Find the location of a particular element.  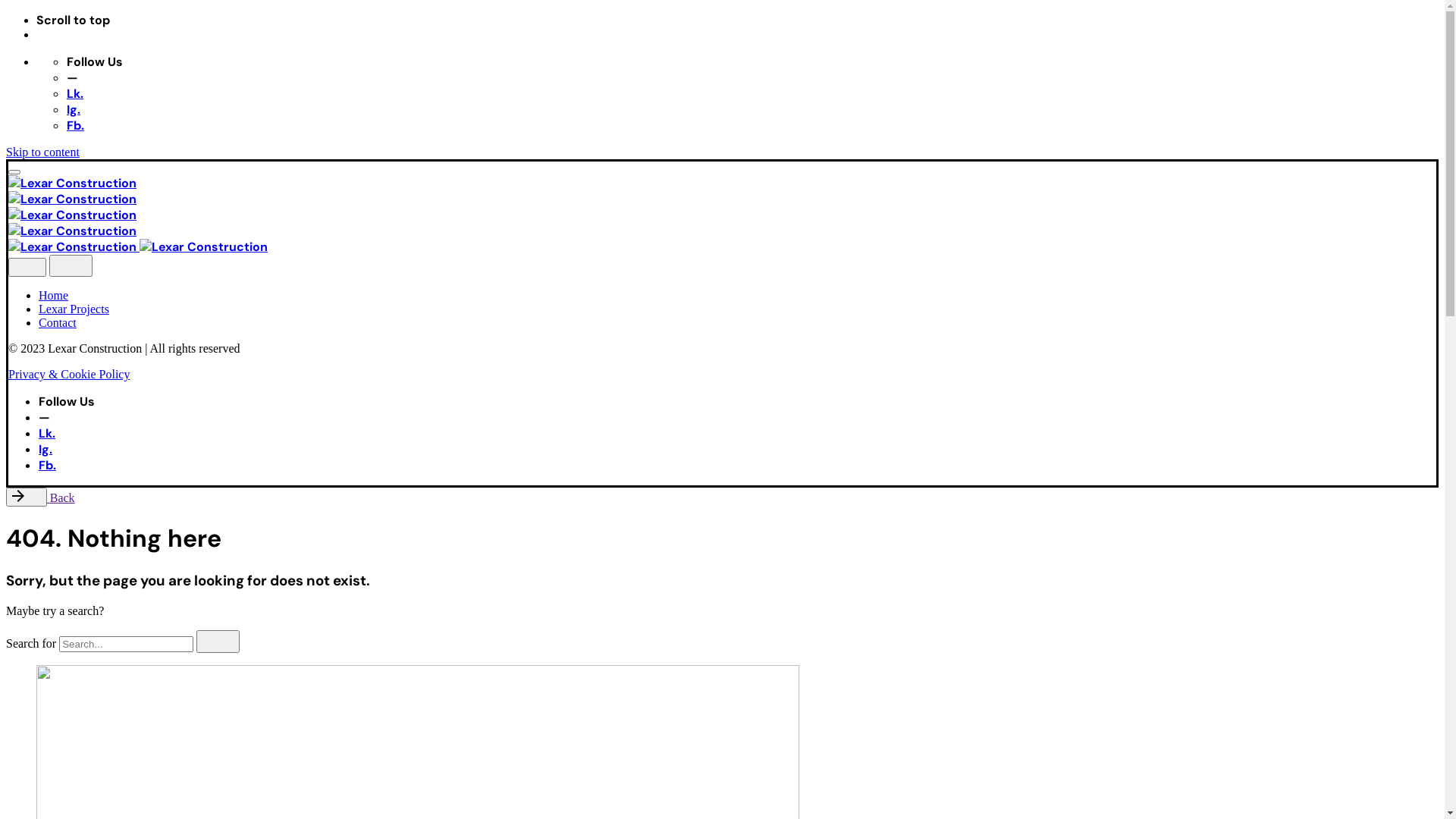

'Skip to content' is located at coordinates (42, 152).